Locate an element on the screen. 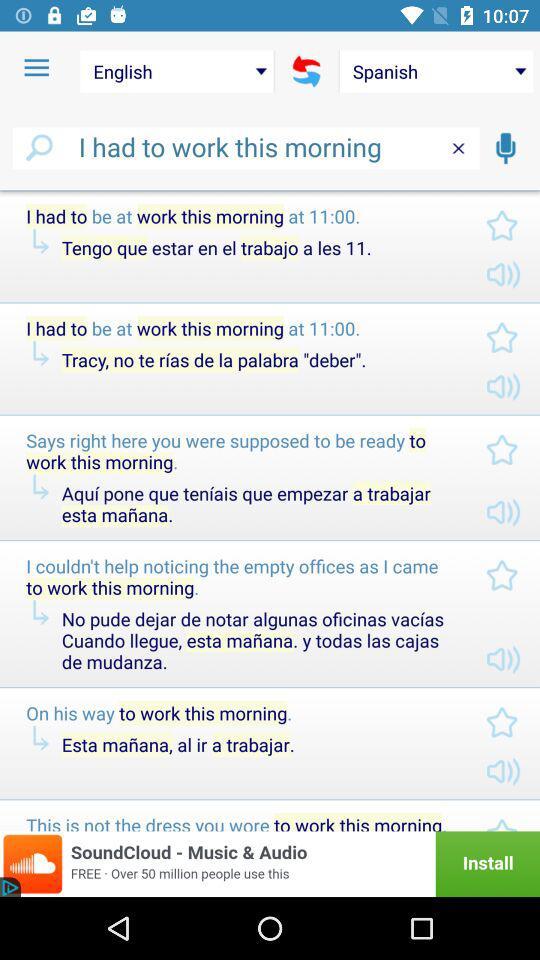 The image size is (540, 960). the icon below says right here icon is located at coordinates (257, 503).